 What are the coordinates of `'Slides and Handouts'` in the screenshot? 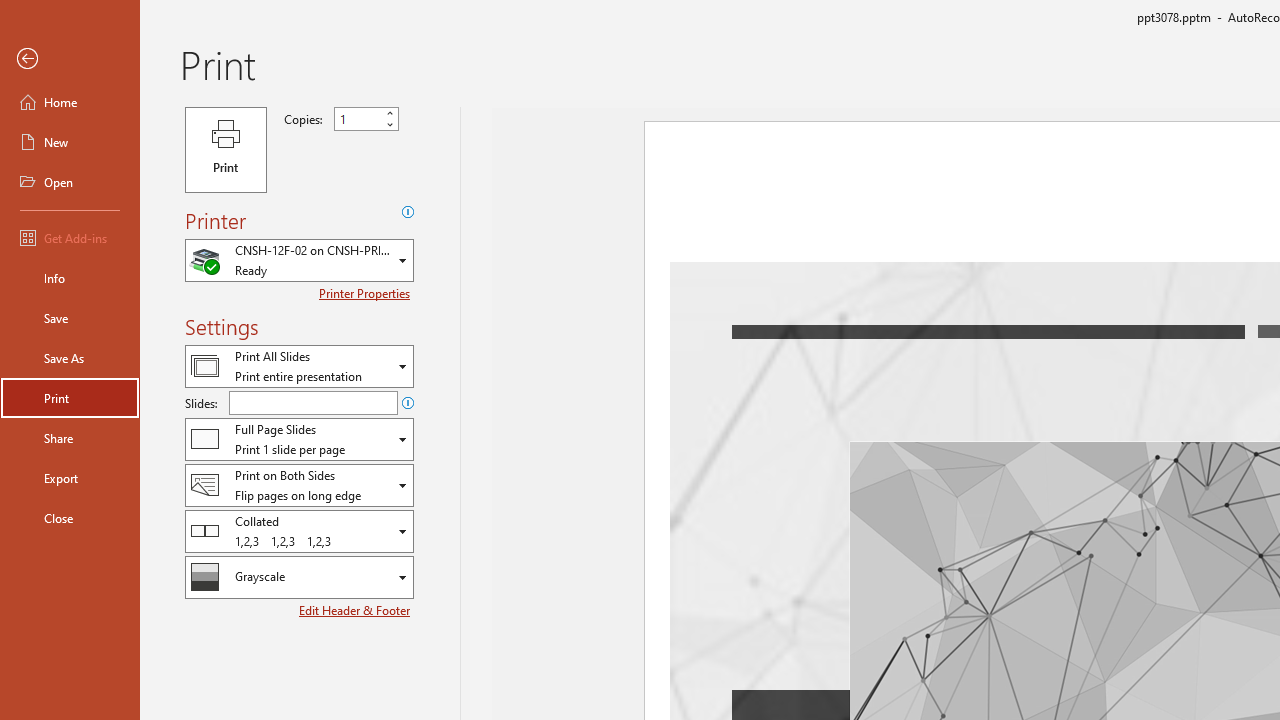 It's located at (298, 438).